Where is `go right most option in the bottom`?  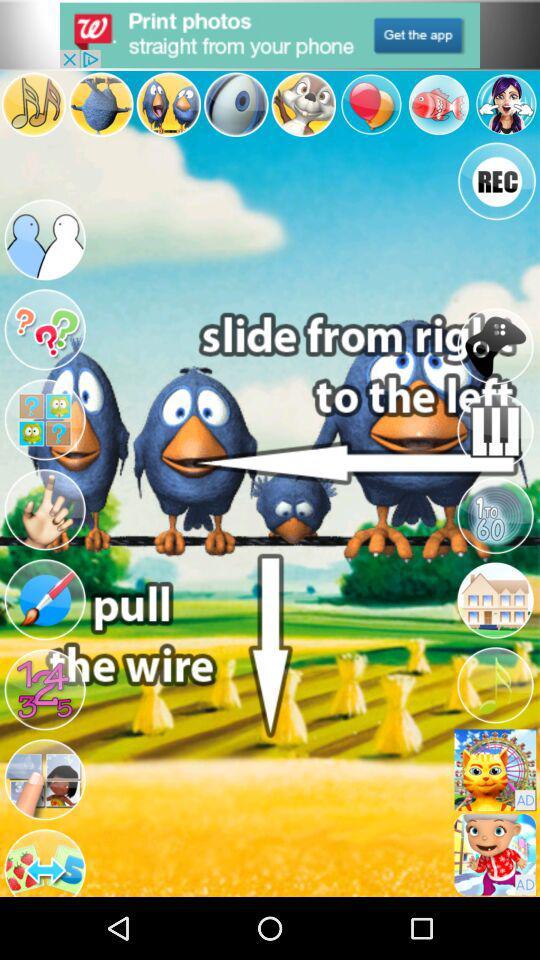
go right most option in the bottom is located at coordinates (494, 853).